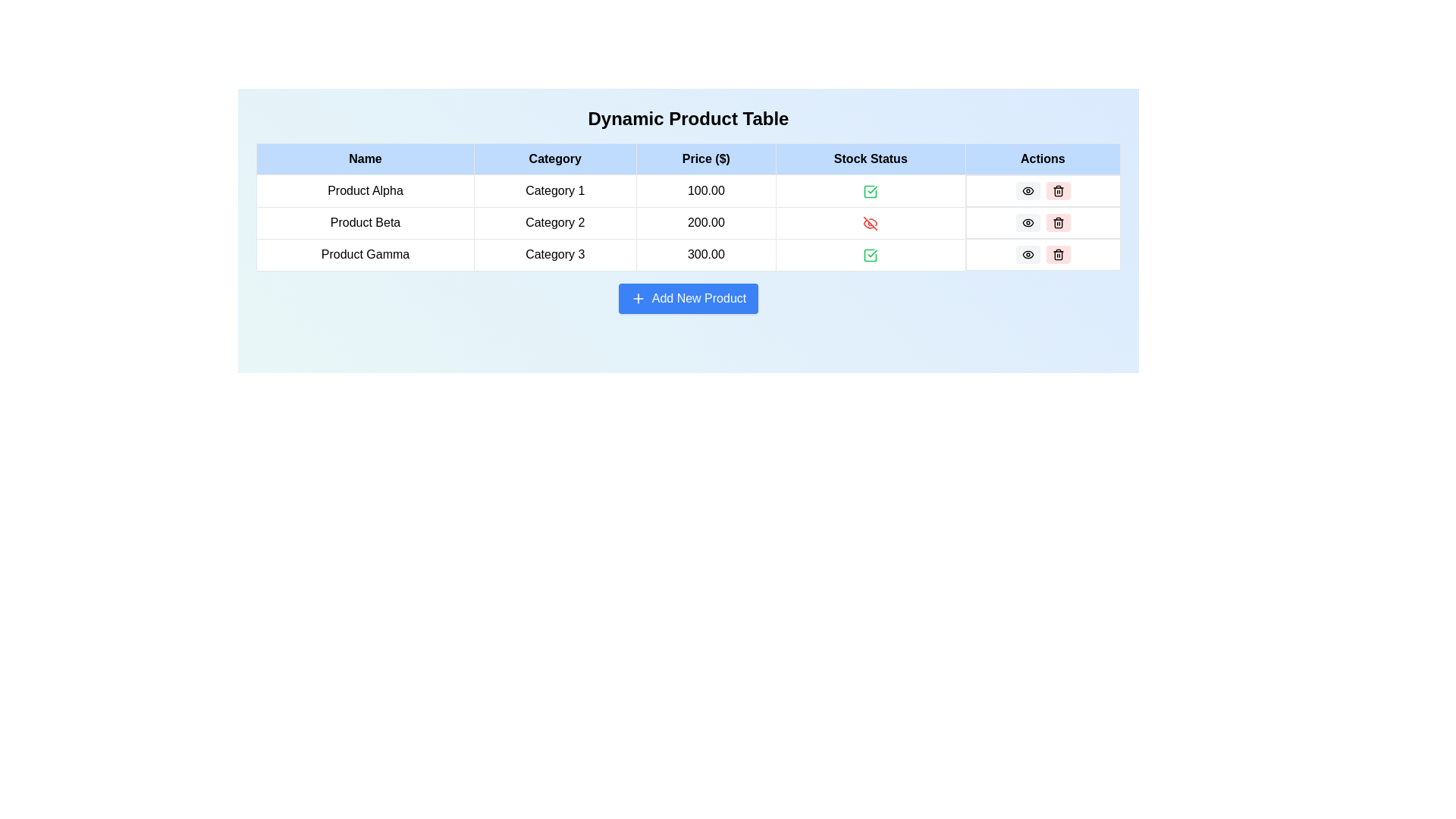 The width and height of the screenshot is (1456, 819). I want to click on the bold text header labeled 'Dynamic Product Table', which is located at the topmost section above the product table, so click(687, 118).